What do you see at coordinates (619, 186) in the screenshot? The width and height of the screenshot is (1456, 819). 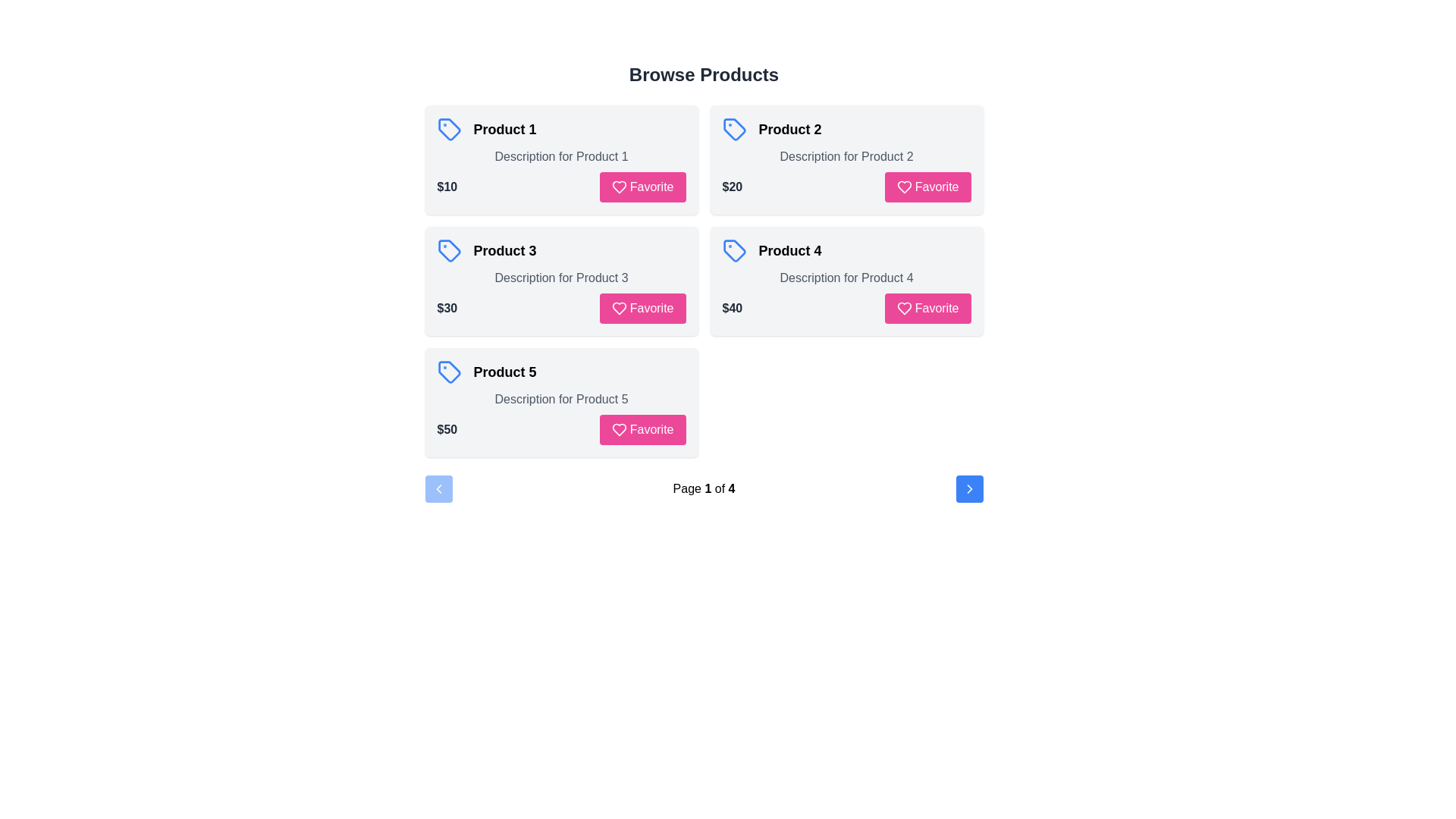 I see `the pink heart icon to favorite or unfavorite 'Product 1' in the first card of the left column` at bounding box center [619, 186].